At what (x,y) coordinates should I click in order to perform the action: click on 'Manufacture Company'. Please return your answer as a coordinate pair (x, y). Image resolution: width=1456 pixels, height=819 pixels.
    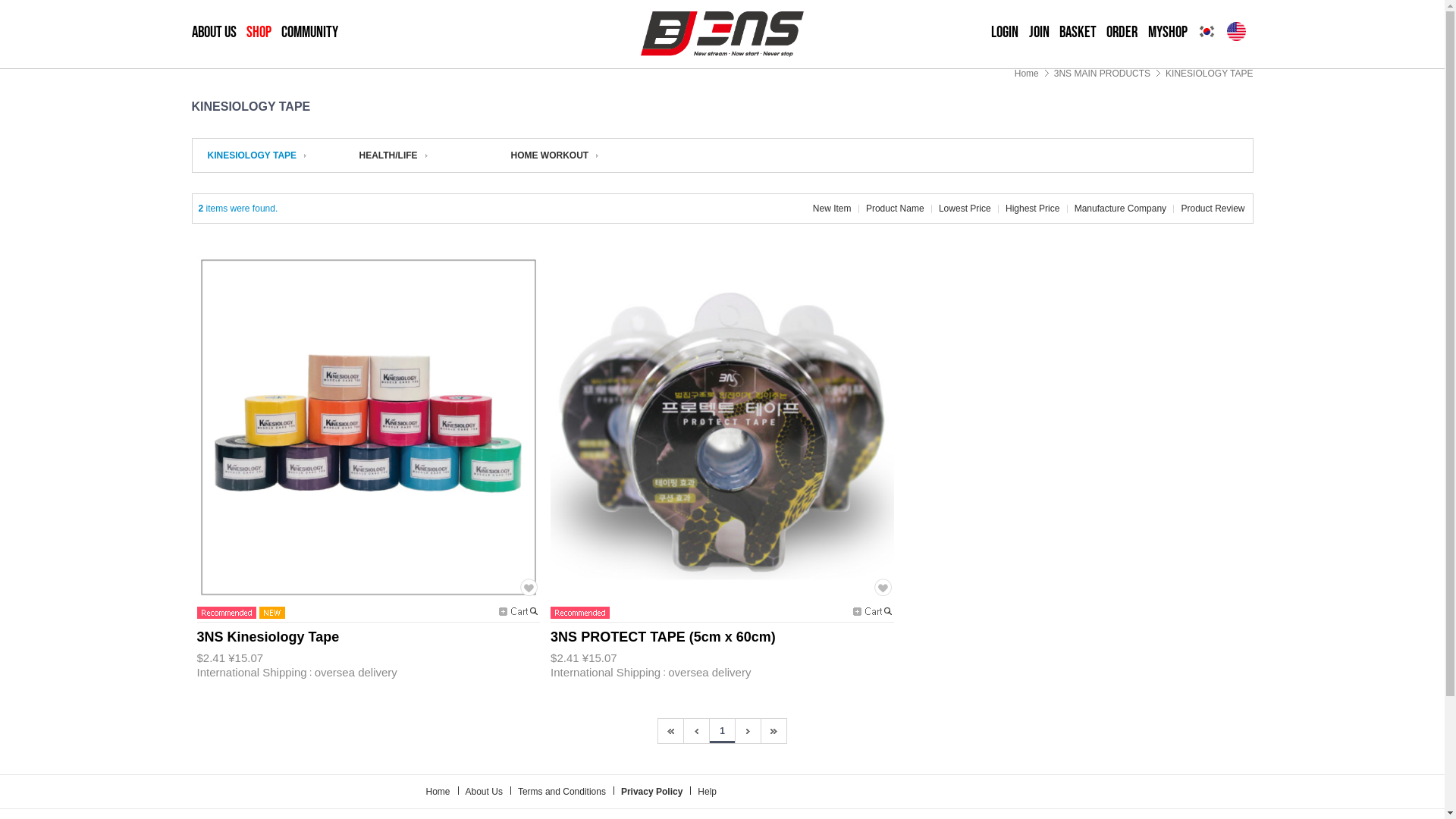
    Looking at the image, I should click on (1120, 208).